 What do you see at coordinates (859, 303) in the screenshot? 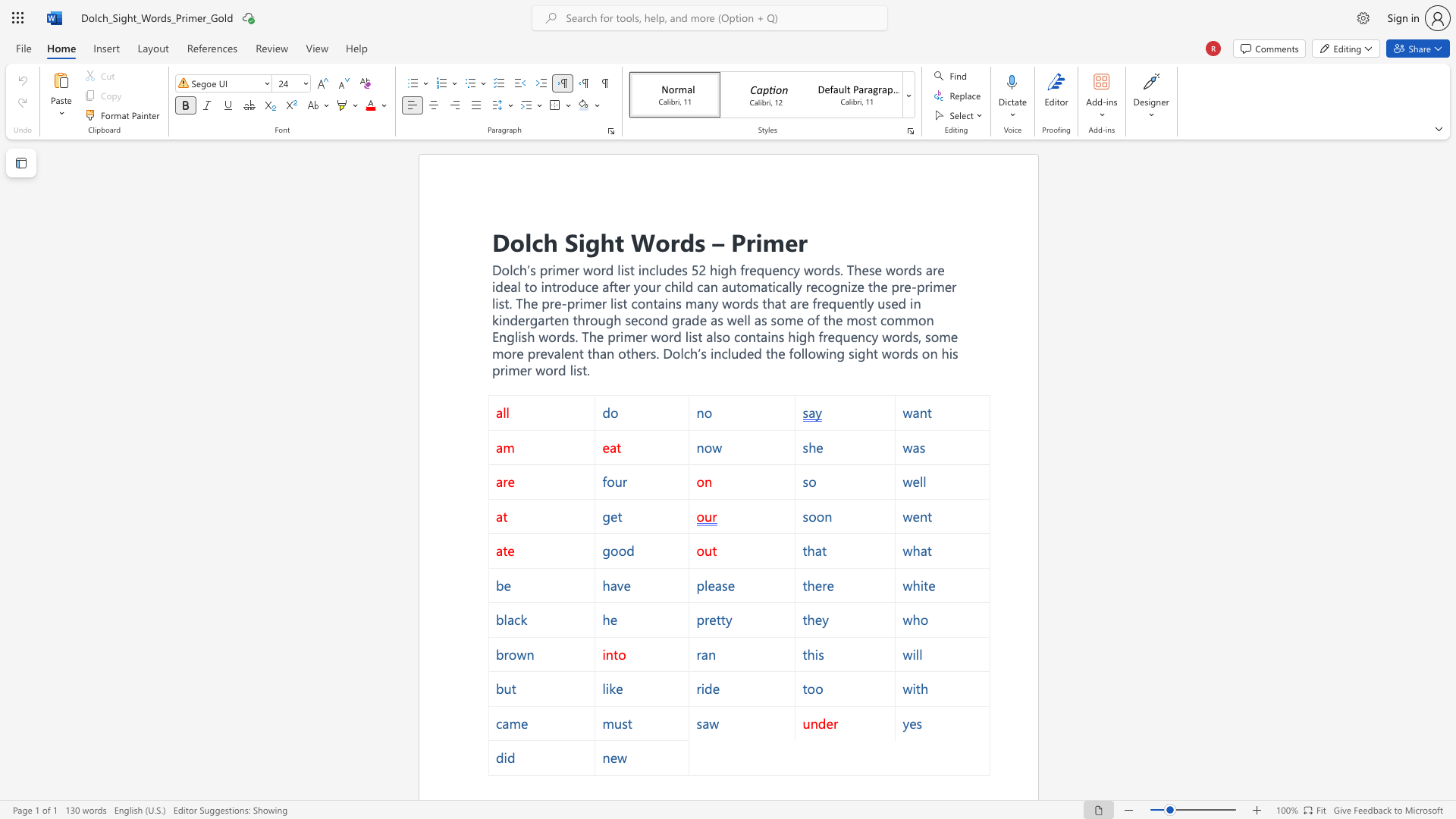
I see `the subset text "tly" within the text "frequently"` at bounding box center [859, 303].